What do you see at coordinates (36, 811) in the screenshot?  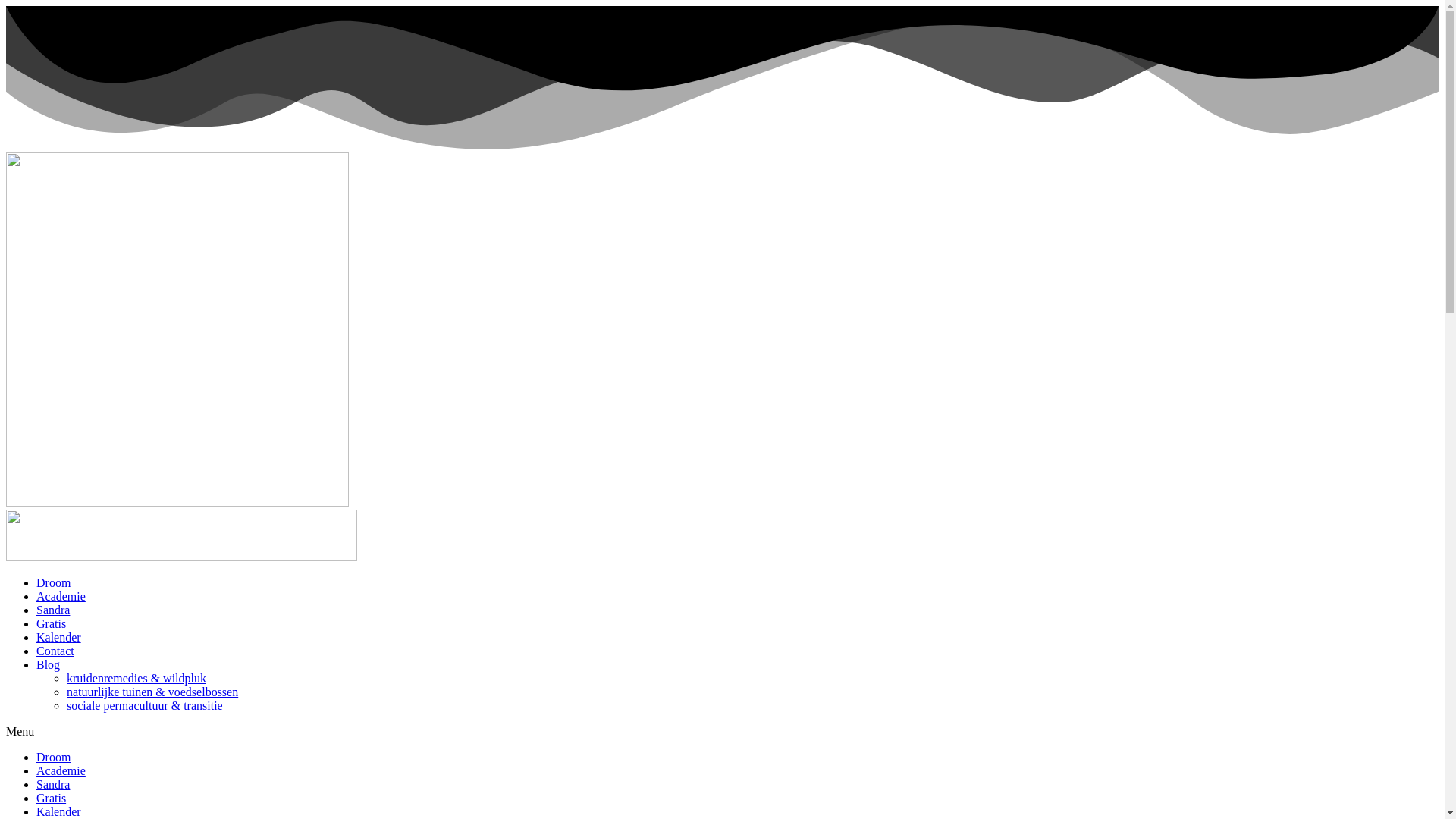 I see `'Kalender'` at bounding box center [36, 811].